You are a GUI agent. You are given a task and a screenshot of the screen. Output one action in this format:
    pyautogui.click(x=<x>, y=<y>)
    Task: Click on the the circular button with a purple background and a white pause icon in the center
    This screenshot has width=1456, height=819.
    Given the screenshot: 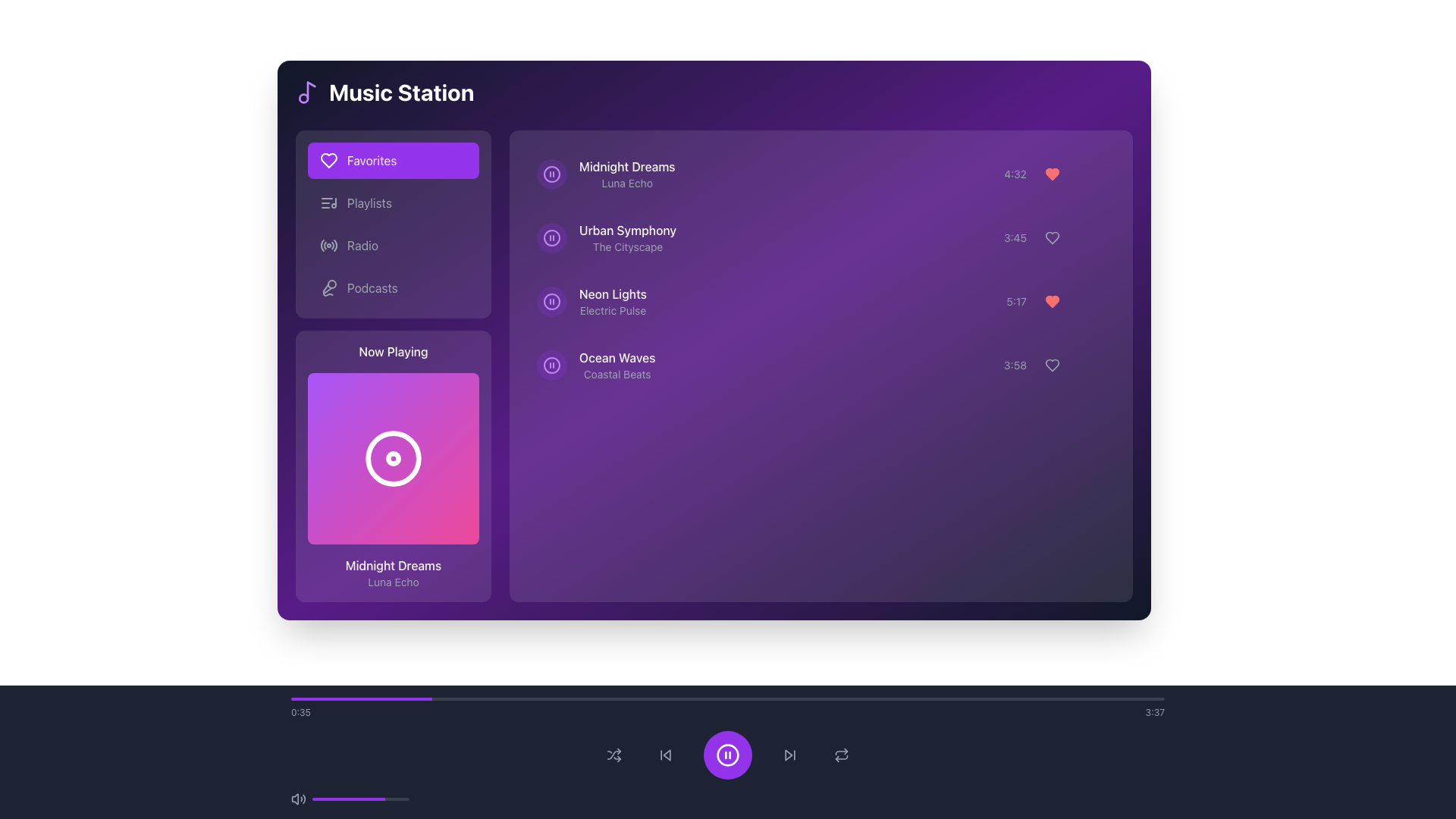 What is the action you would take?
    pyautogui.click(x=728, y=755)
    